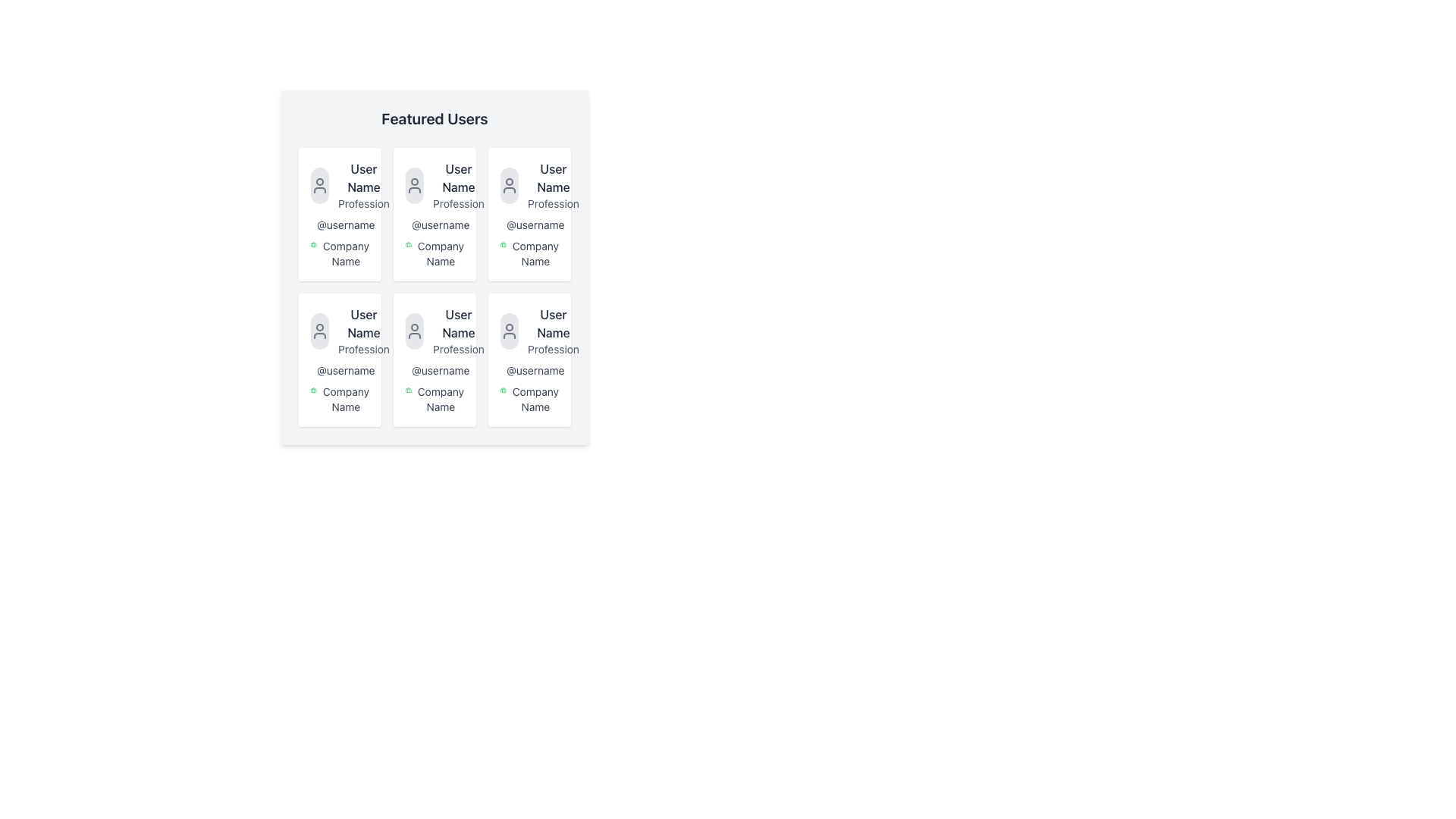  What do you see at coordinates (364, 203) in the screenshot?
I see `the text content of the text label that reads 'Profession', which is styled in gray` at bounding box center [364, 203].